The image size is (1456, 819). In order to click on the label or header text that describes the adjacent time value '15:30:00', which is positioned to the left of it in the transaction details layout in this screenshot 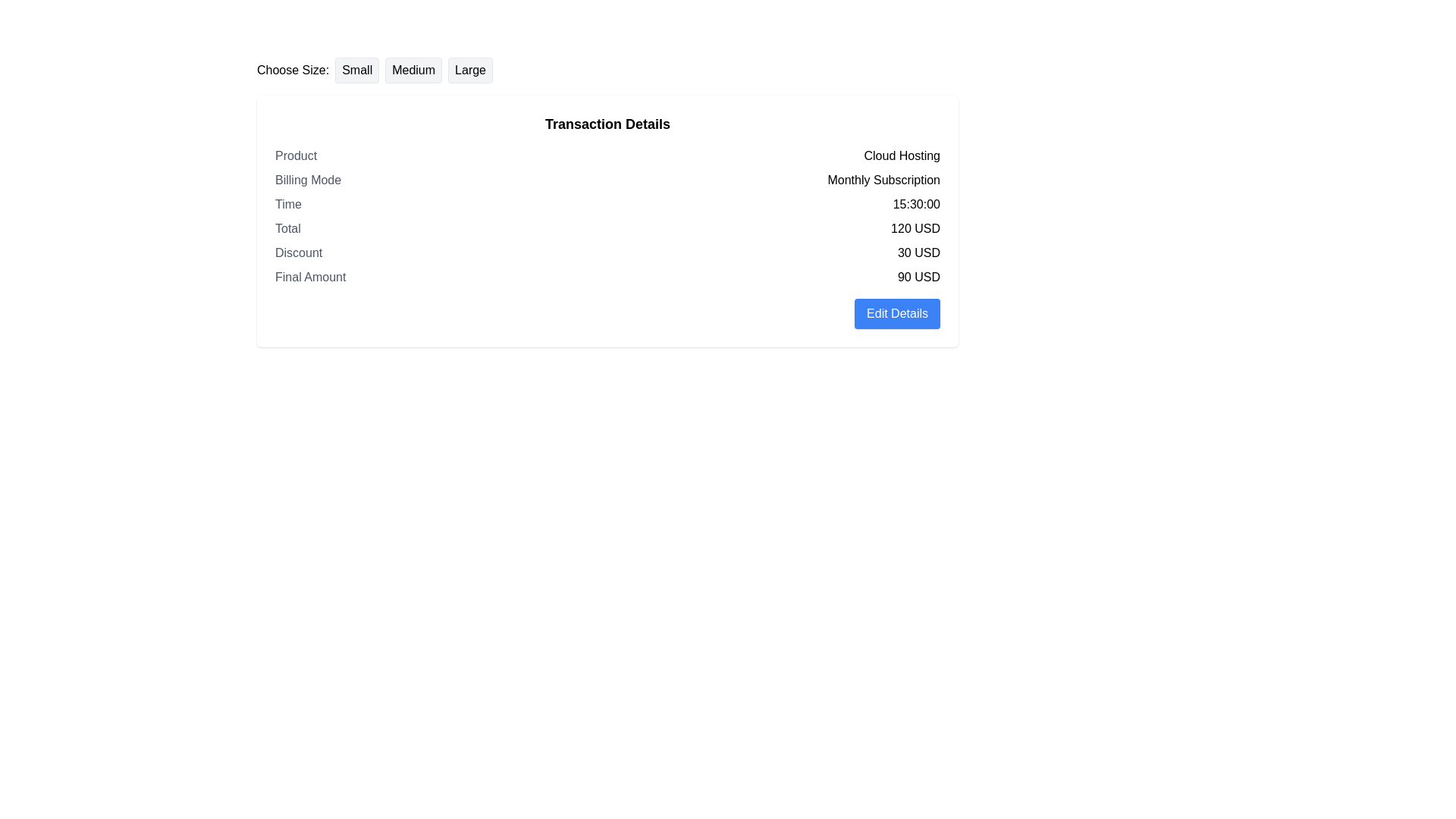, I will do `click(288, 205)`.